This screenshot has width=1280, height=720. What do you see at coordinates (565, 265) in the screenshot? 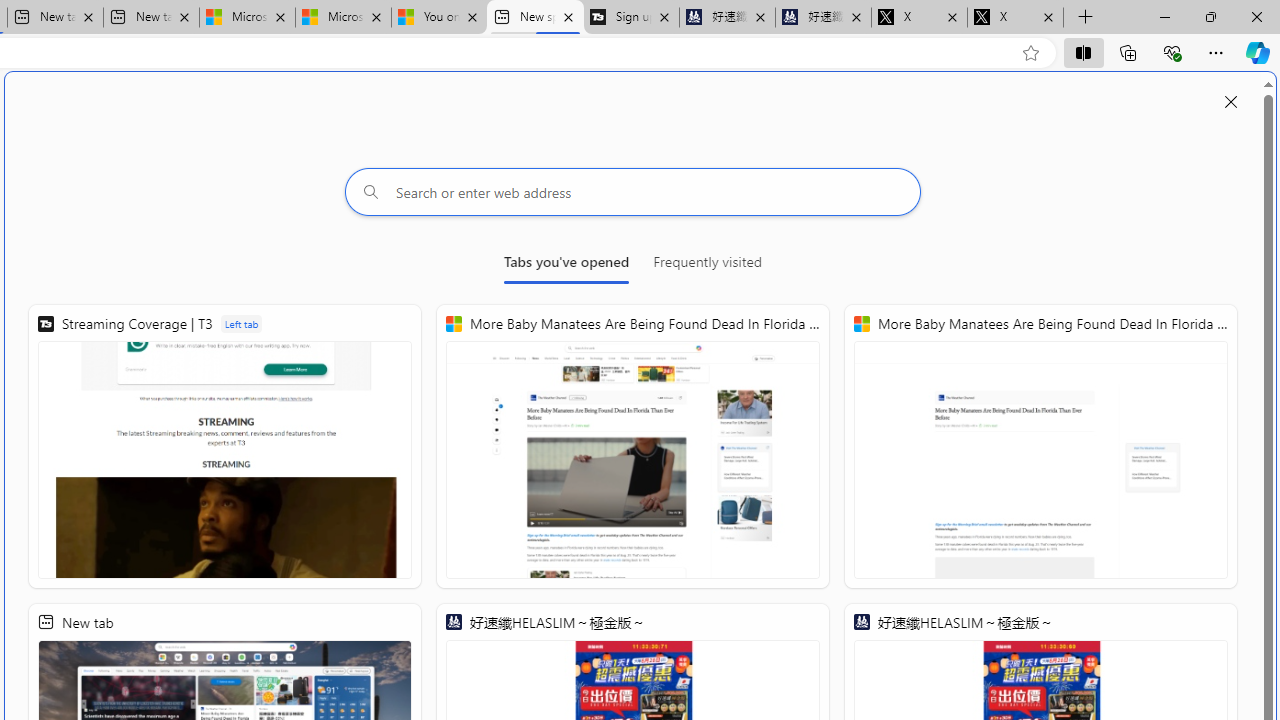
I see `'Tabs you'` at bounding box center [565, 265].